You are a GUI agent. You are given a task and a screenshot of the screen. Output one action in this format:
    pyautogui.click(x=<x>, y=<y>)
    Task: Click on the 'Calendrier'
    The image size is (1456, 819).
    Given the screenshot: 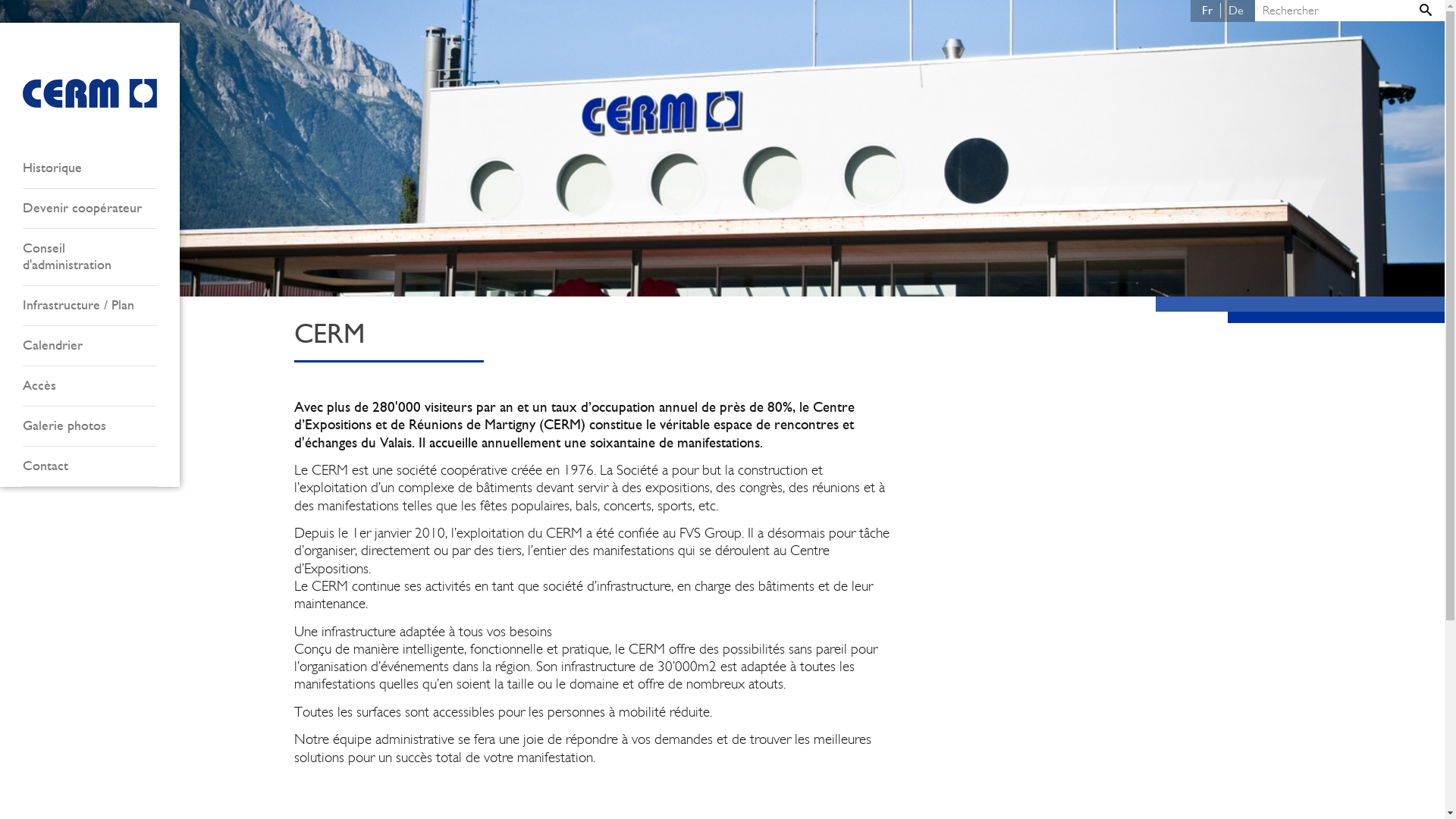 What is the action you would take?
    pyautogui.click(x=89, y=346)
    